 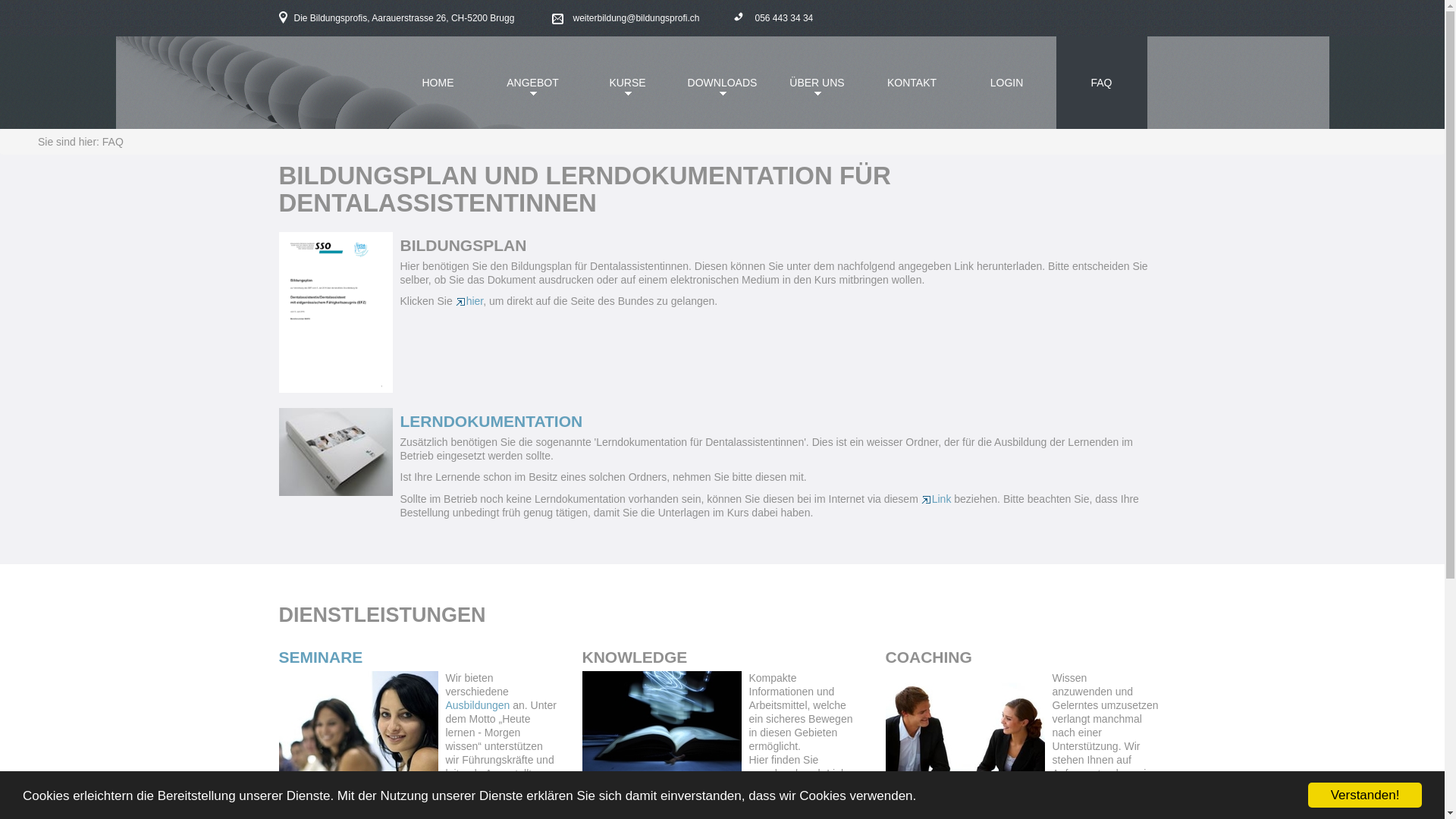 What do you see at coordinates (910, 82) in the screenshot?
I see `'KONTAKT'` at bounding box center [910, 82].